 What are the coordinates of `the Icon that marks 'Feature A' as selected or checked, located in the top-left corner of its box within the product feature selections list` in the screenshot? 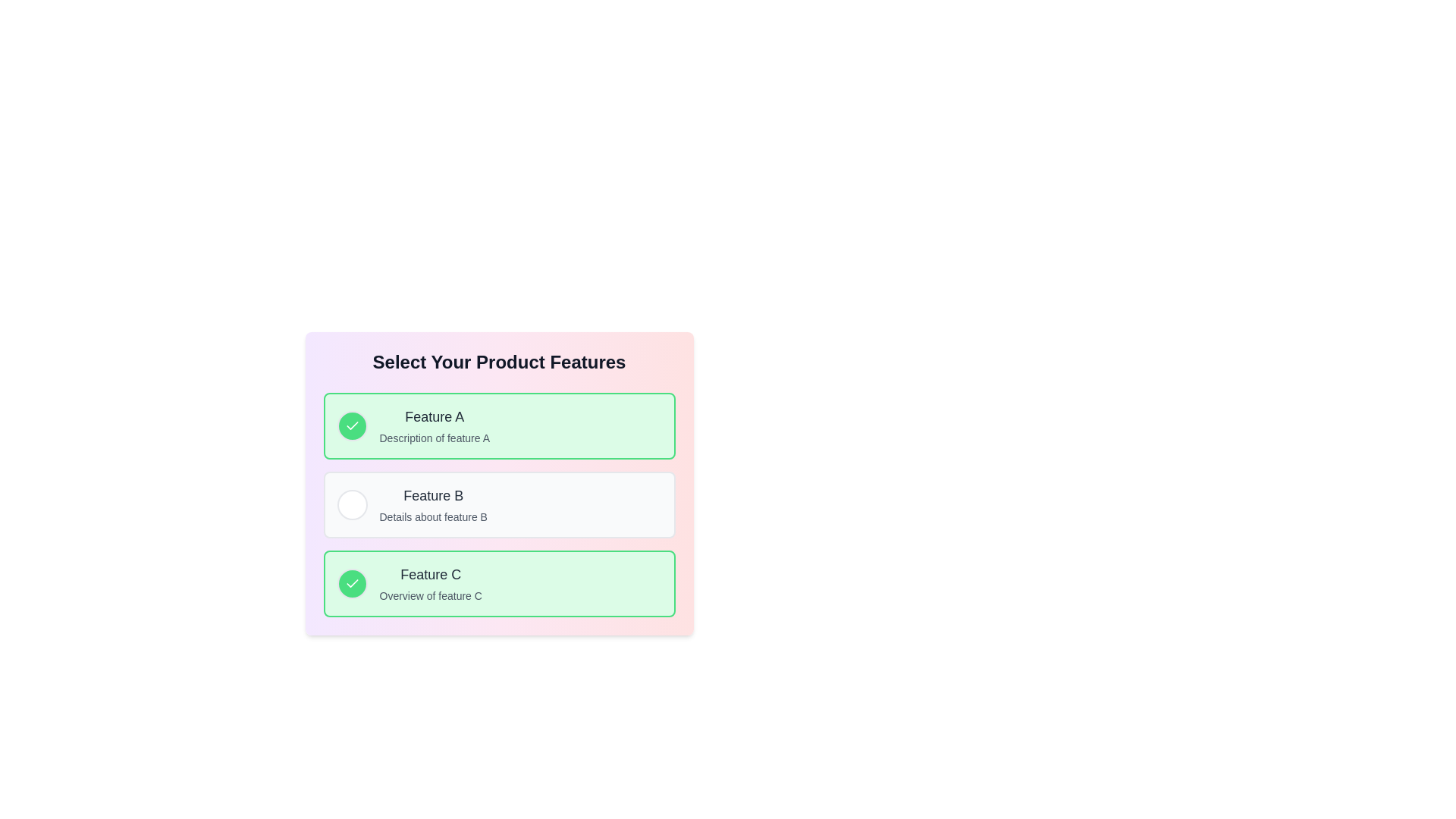 It's located at (351, 582).